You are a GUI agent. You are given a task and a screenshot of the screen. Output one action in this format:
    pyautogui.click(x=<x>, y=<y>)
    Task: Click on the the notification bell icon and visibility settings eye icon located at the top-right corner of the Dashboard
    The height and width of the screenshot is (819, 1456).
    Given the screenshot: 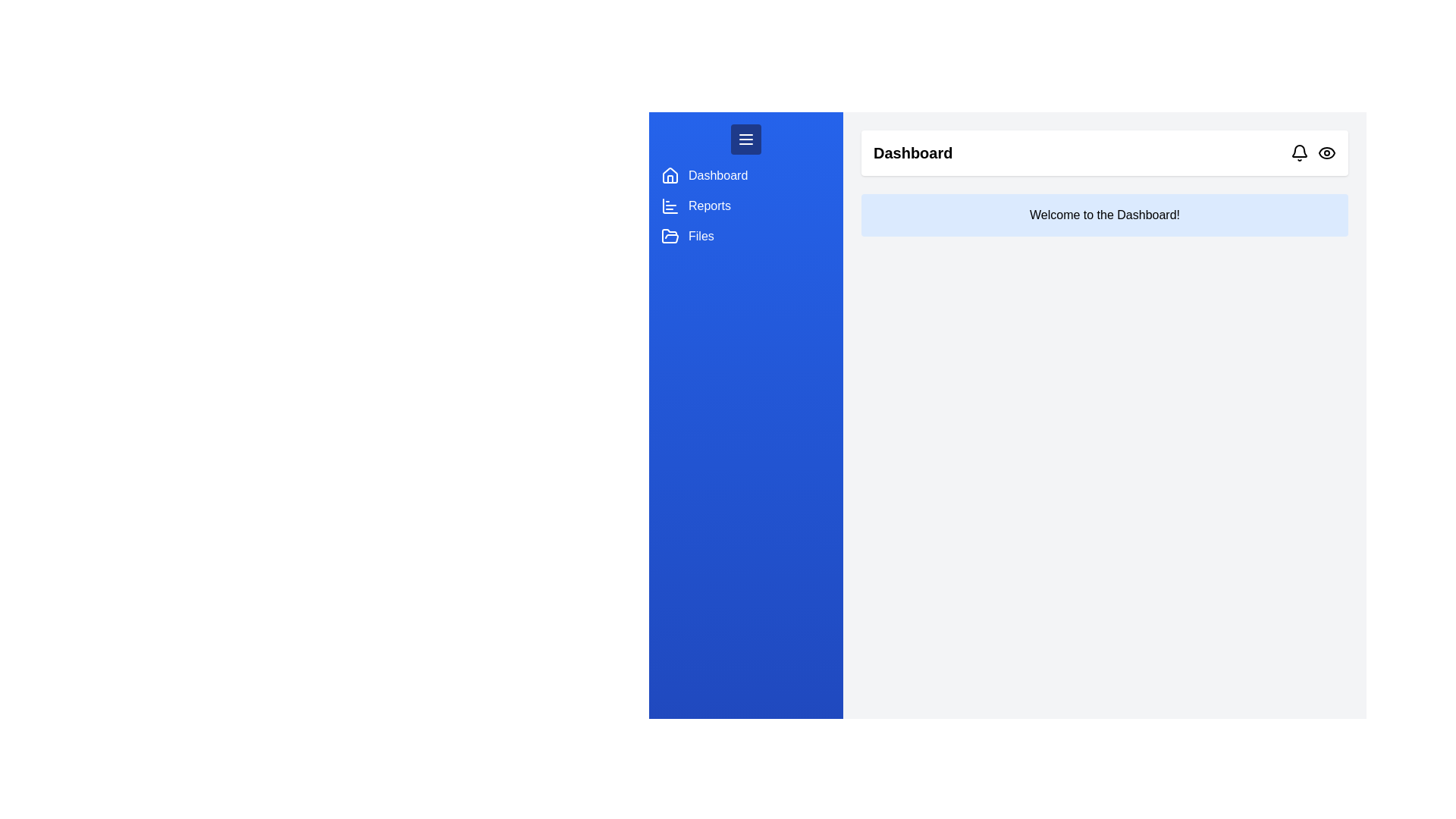 What is the action you would take?
    pyautogui.click(x=1313, y=152)
    